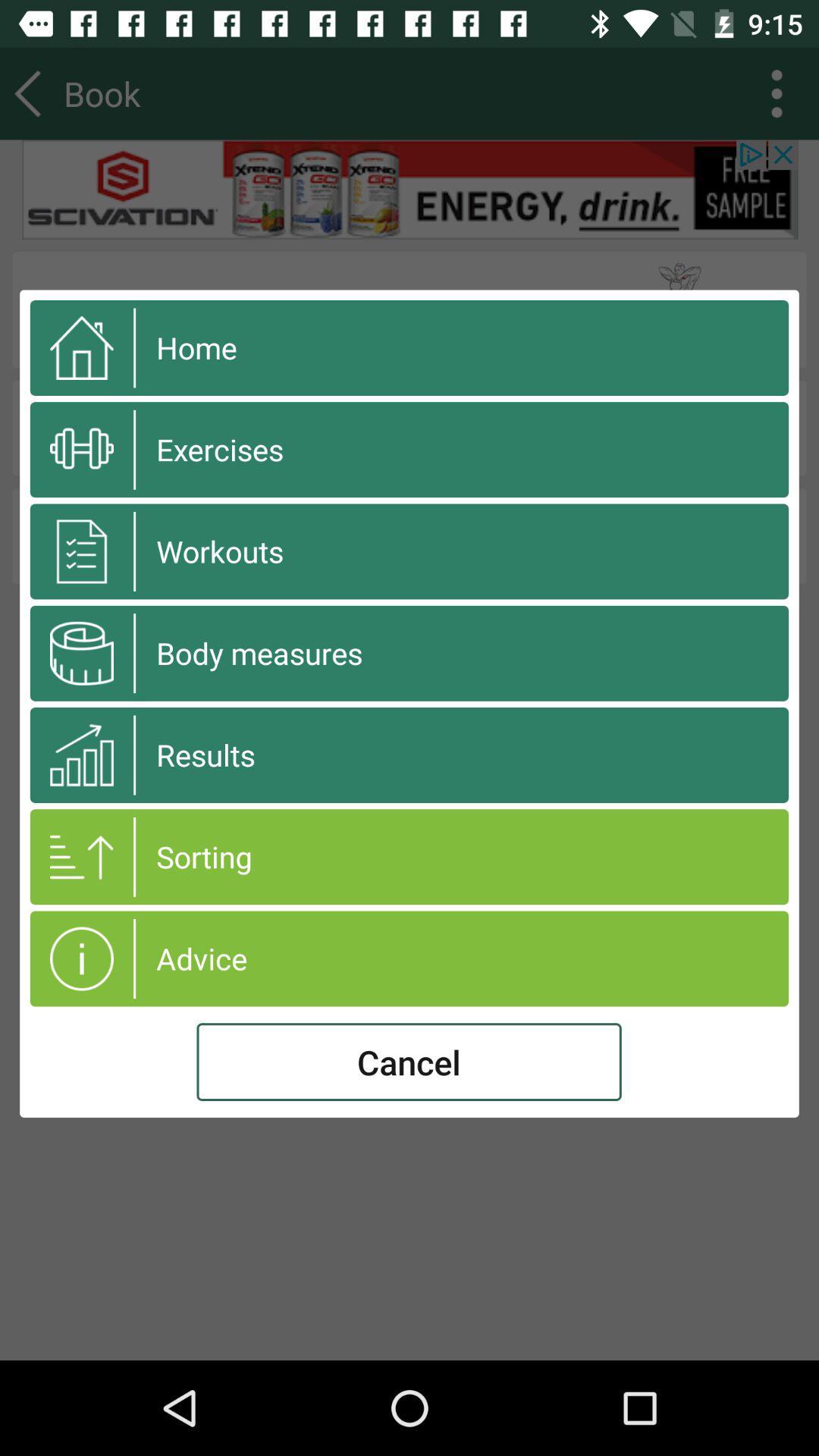 Image resolution: width=819 pixels, height=1456 pixels. What do you see at coordinates (408, 1061) in the screenshot?
I see `cancel item` at bounding box center [408, 1061].